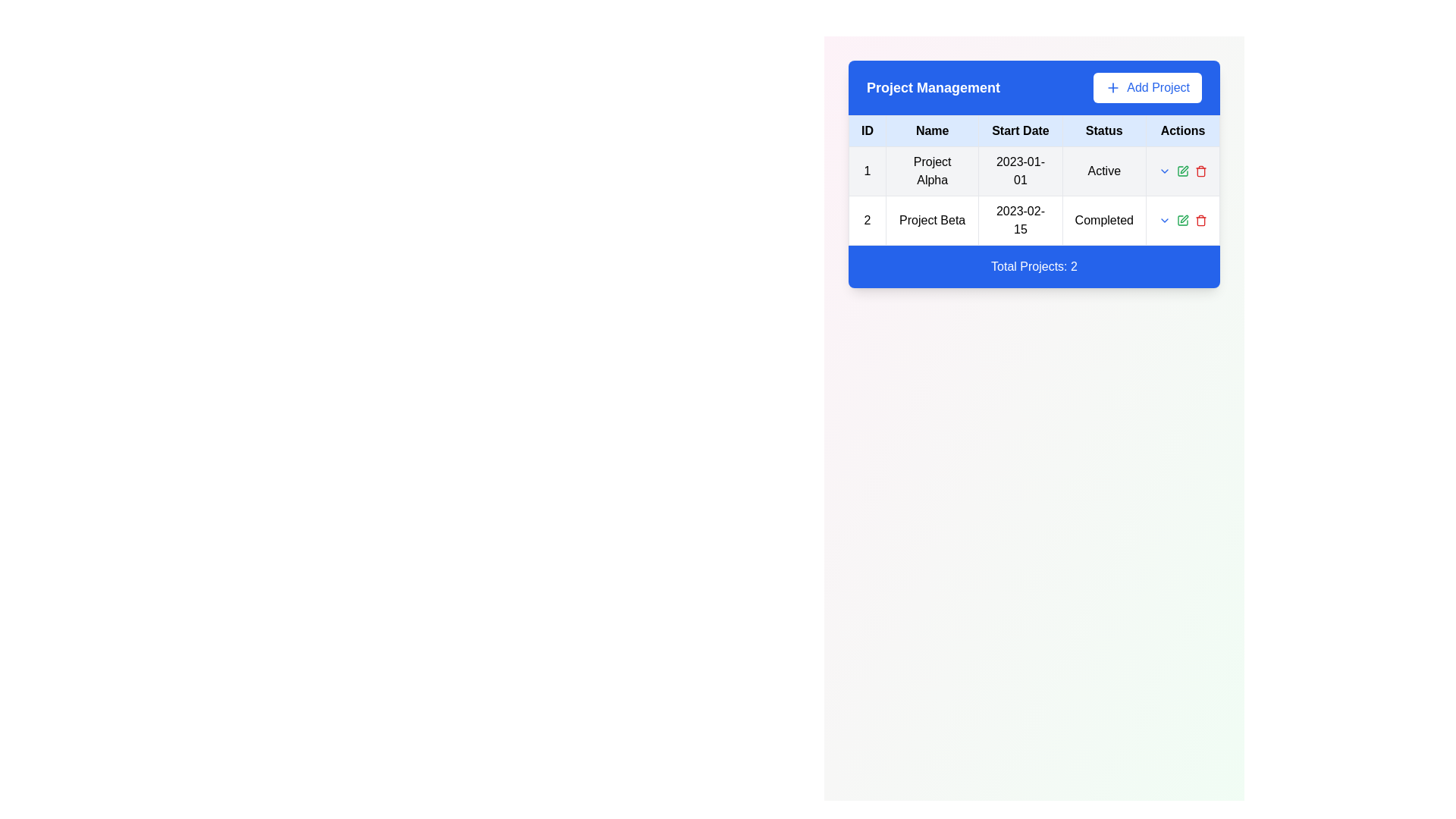 The height and width of the screenshot is (819, 1456). What do you see at coordinates (931, 220) in the screenshot?
I see `the text display element showing 'Project Beta' located in the second row and second column of the grid under the 'Name' column` at bounding box center [931, 220].